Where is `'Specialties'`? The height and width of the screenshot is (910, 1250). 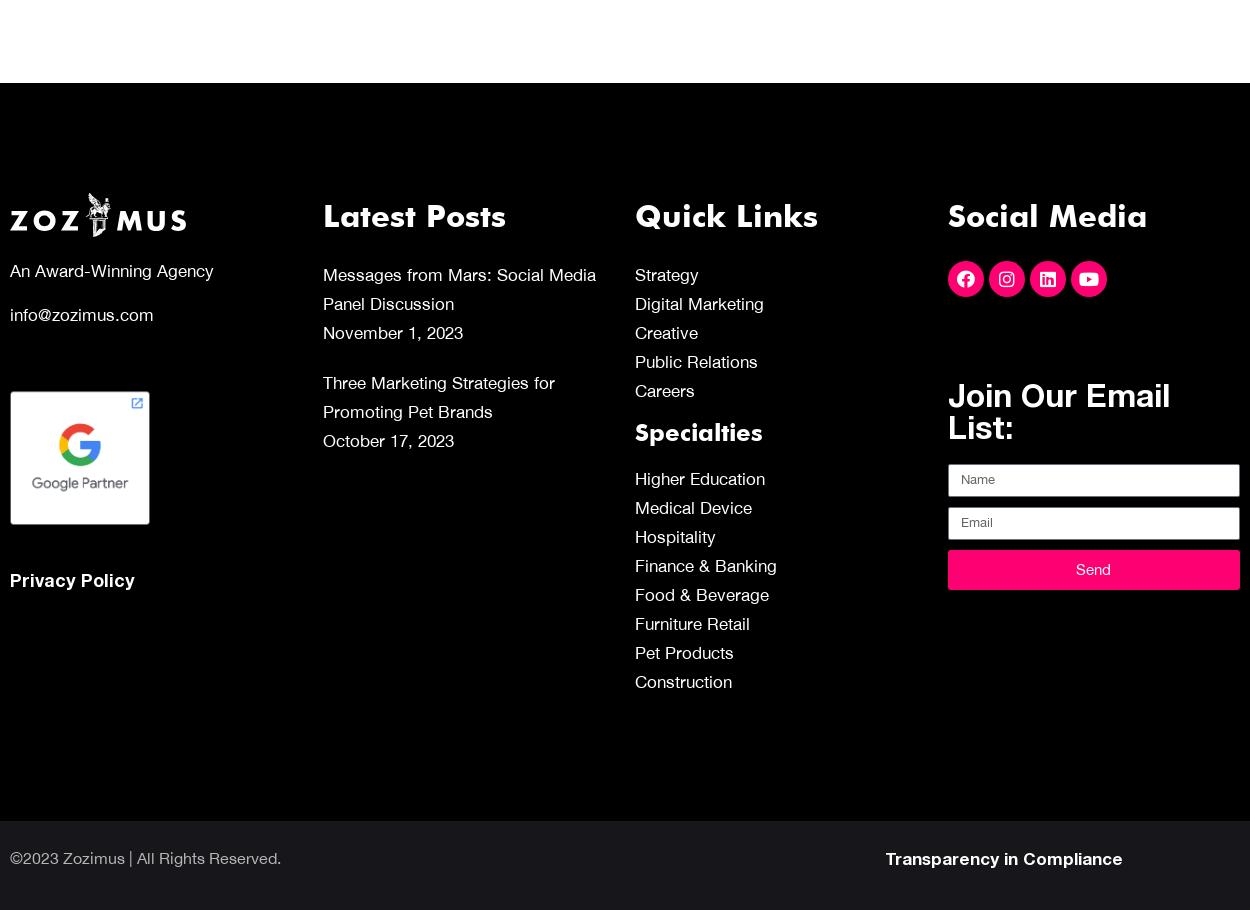
'Specialties' is located at coordinates (705, 433).